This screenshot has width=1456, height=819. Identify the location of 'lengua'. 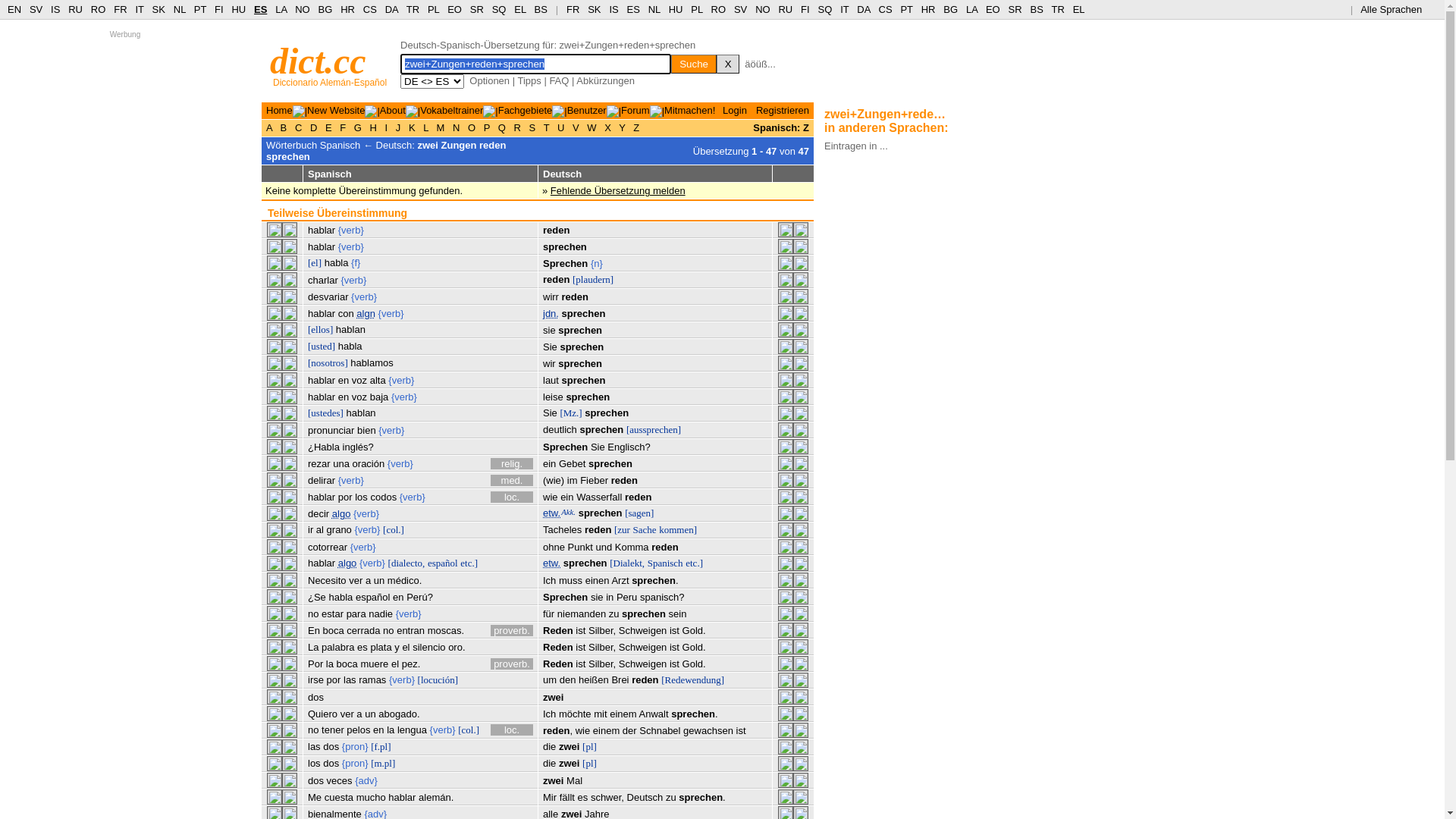
(412, 729).